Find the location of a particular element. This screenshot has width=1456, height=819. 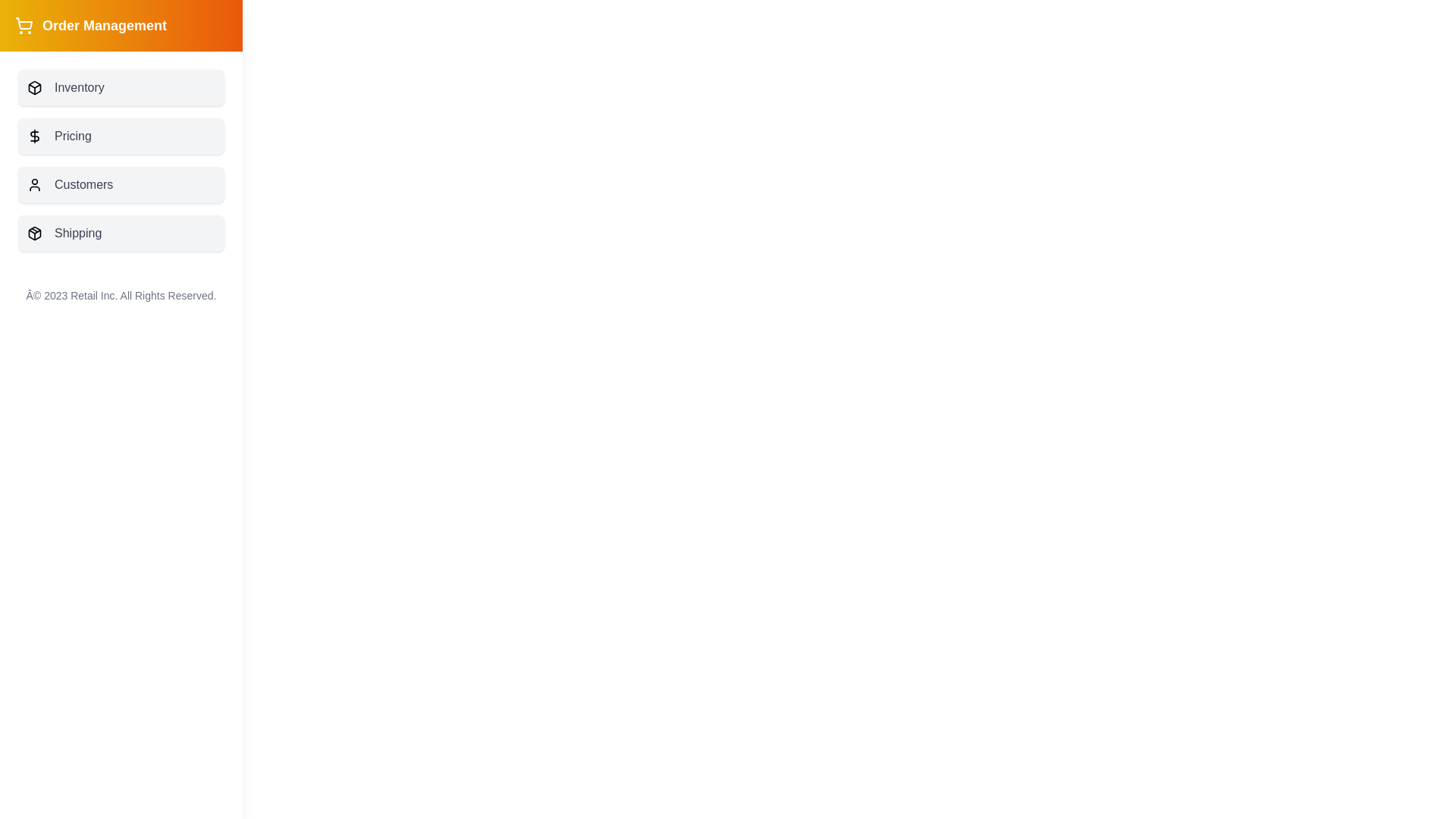

the menu item labeled Customers is located at coordinates (120, 184).